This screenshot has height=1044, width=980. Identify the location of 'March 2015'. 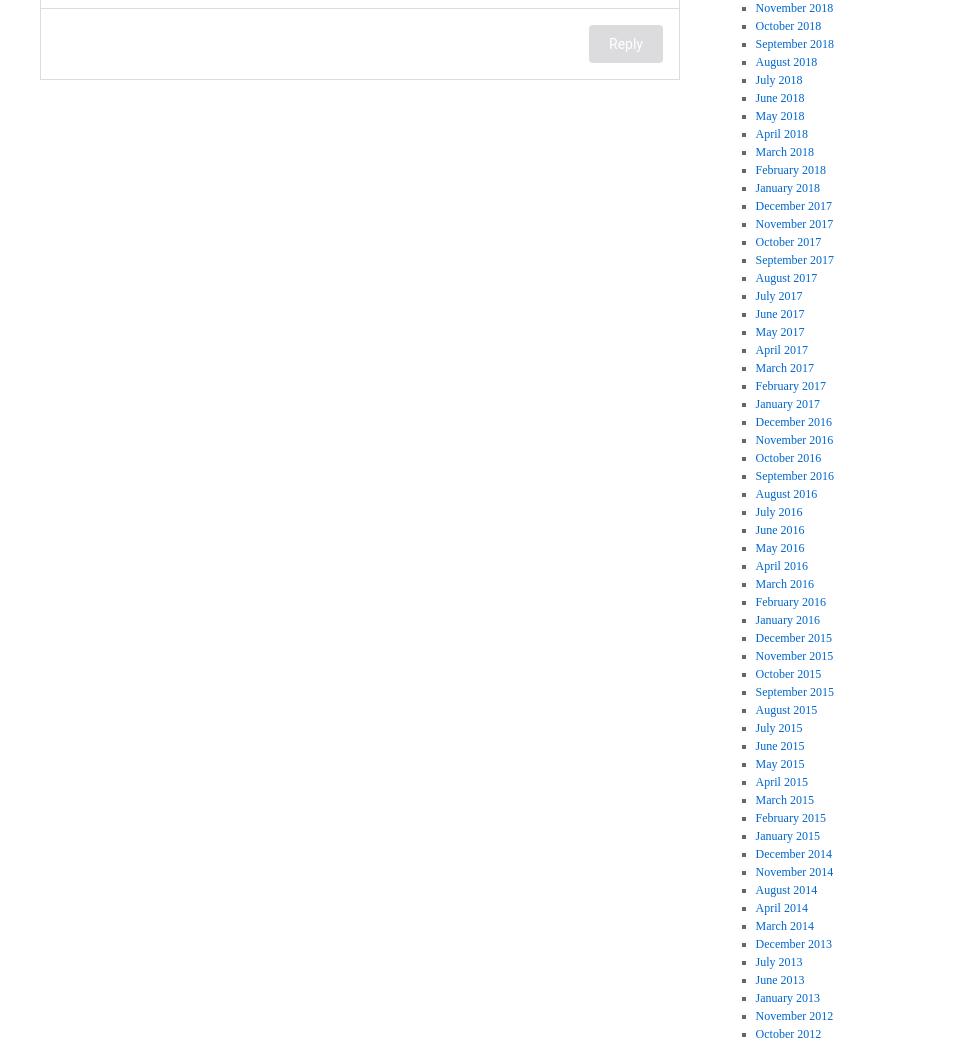
(784, 799).